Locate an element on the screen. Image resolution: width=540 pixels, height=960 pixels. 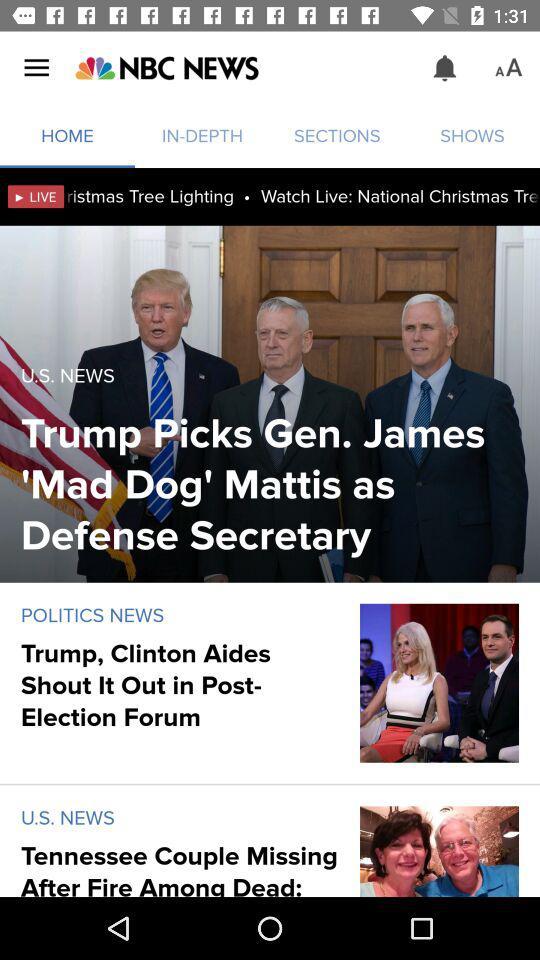
the icon above the home icon is located at coordinates (165, 68).